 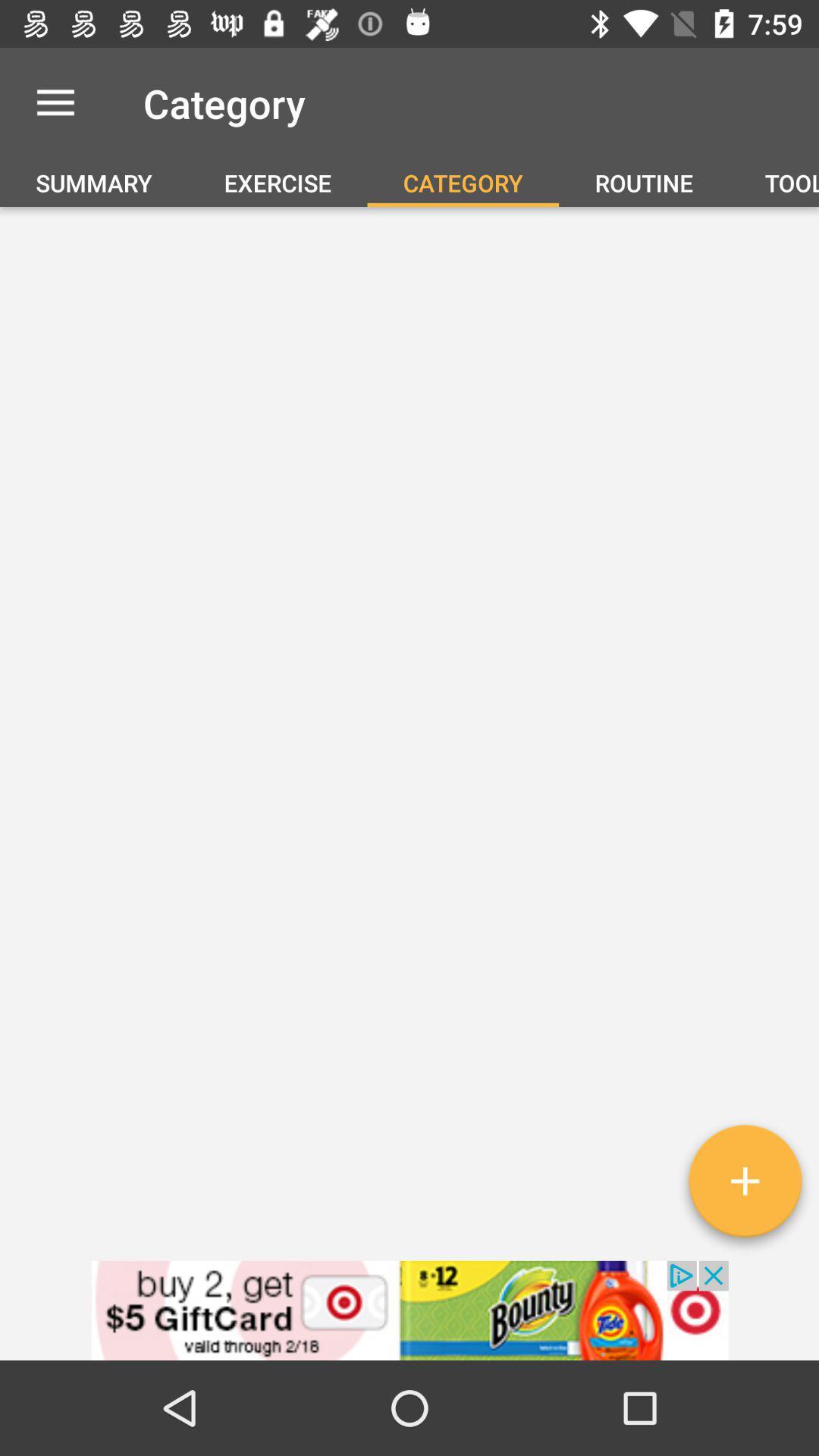 I want to click on plus button, so click(x=744, y=1186).